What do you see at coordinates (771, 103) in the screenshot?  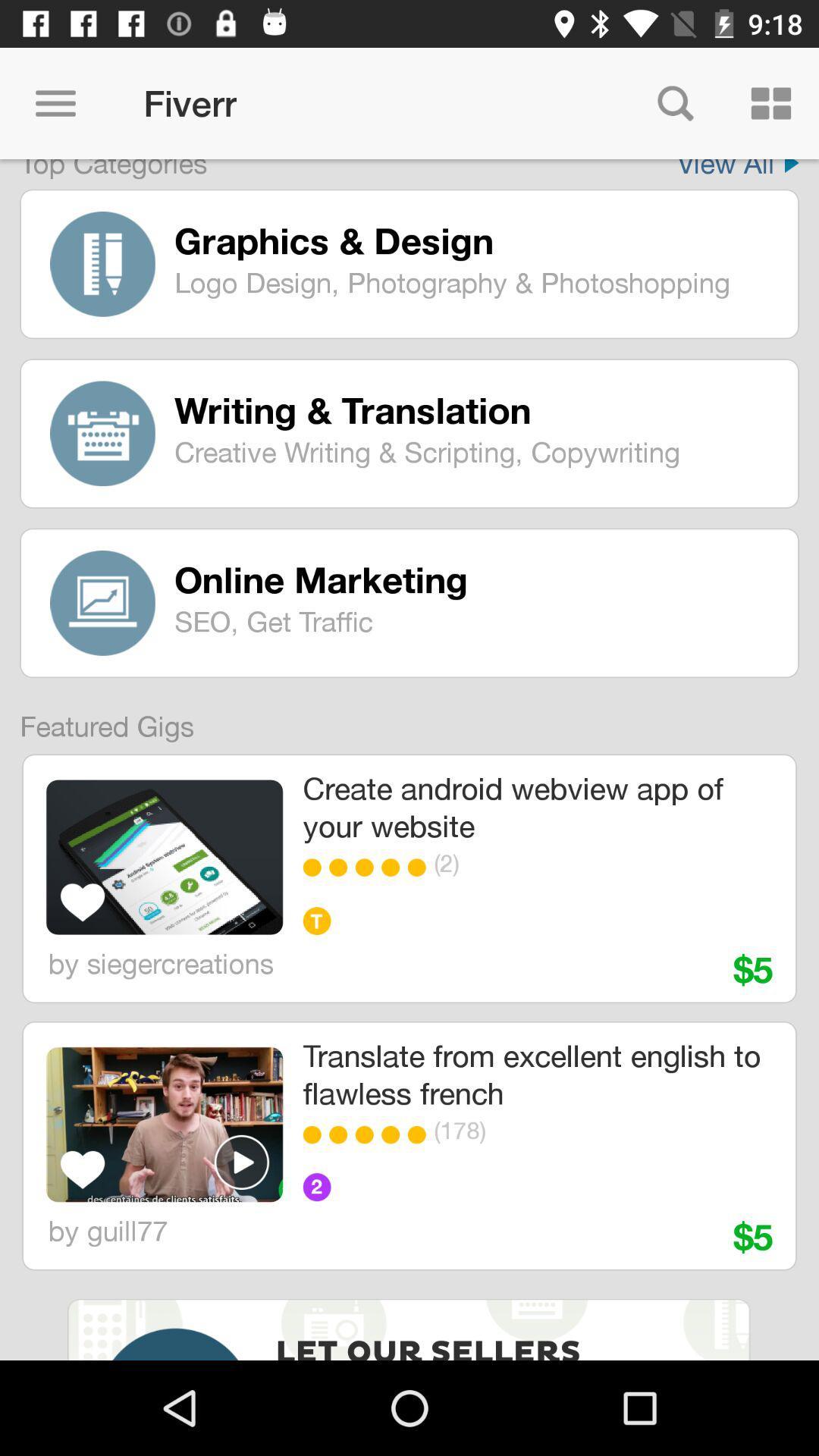 I see `the button which is after search button on page` at bounding box center [771, 103].